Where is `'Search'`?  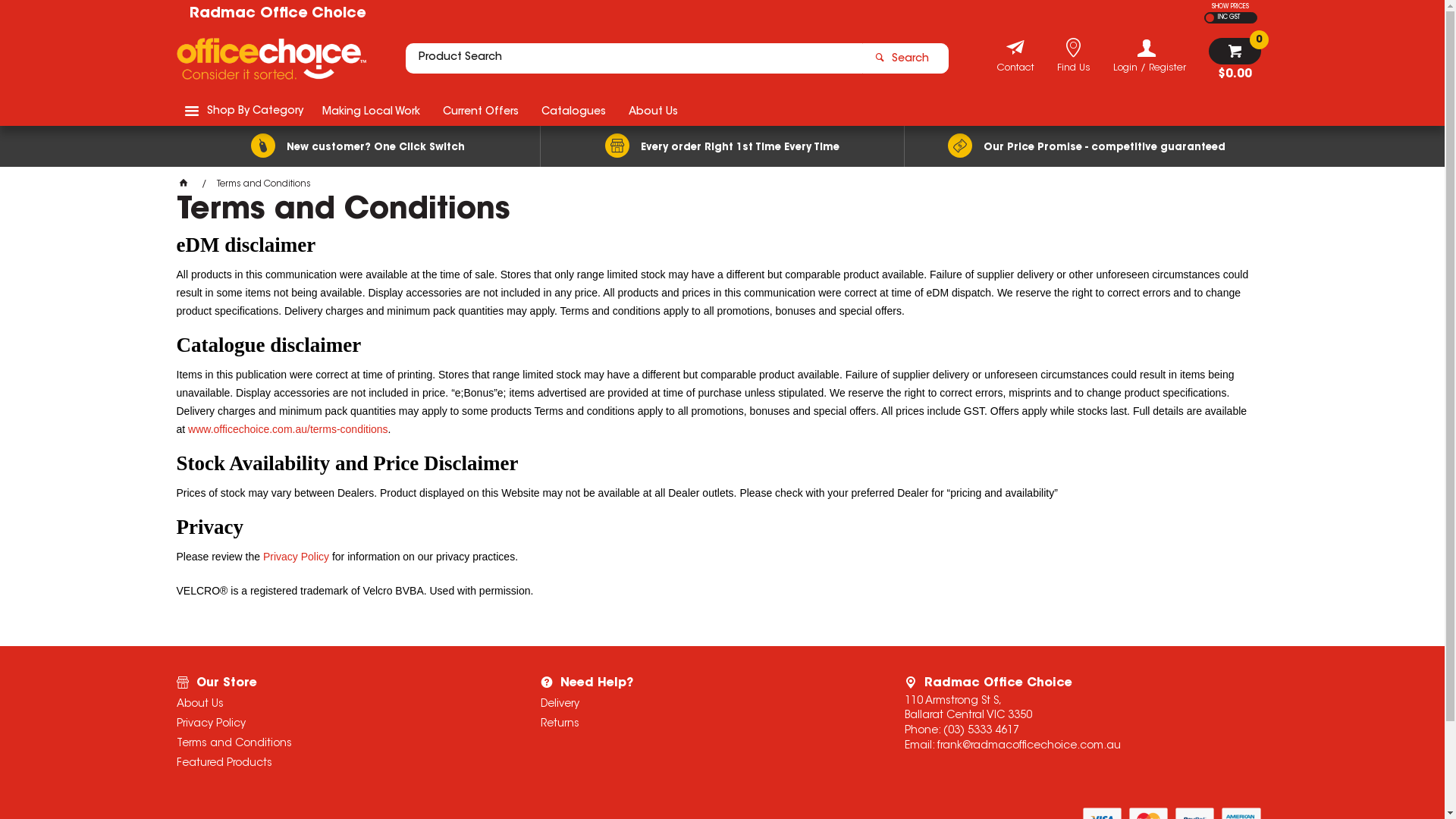 'Search' is located at coordinates (861, 58).